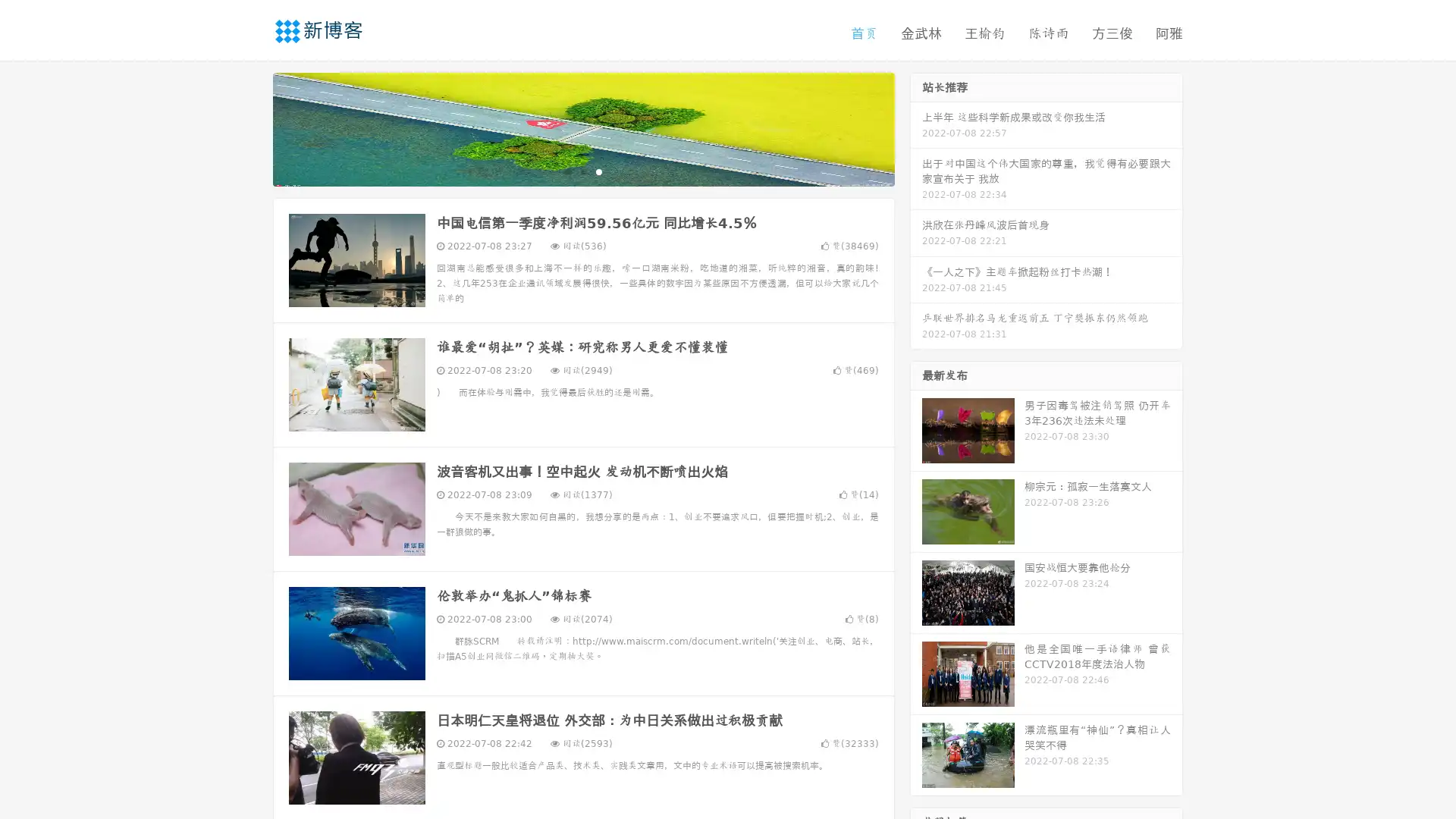 The height and width of the screenshot is (819, 1456). What do you see at coordinates (916, 127) in the screenshot?
I see `Next slide` at bounding box center [916, 127].